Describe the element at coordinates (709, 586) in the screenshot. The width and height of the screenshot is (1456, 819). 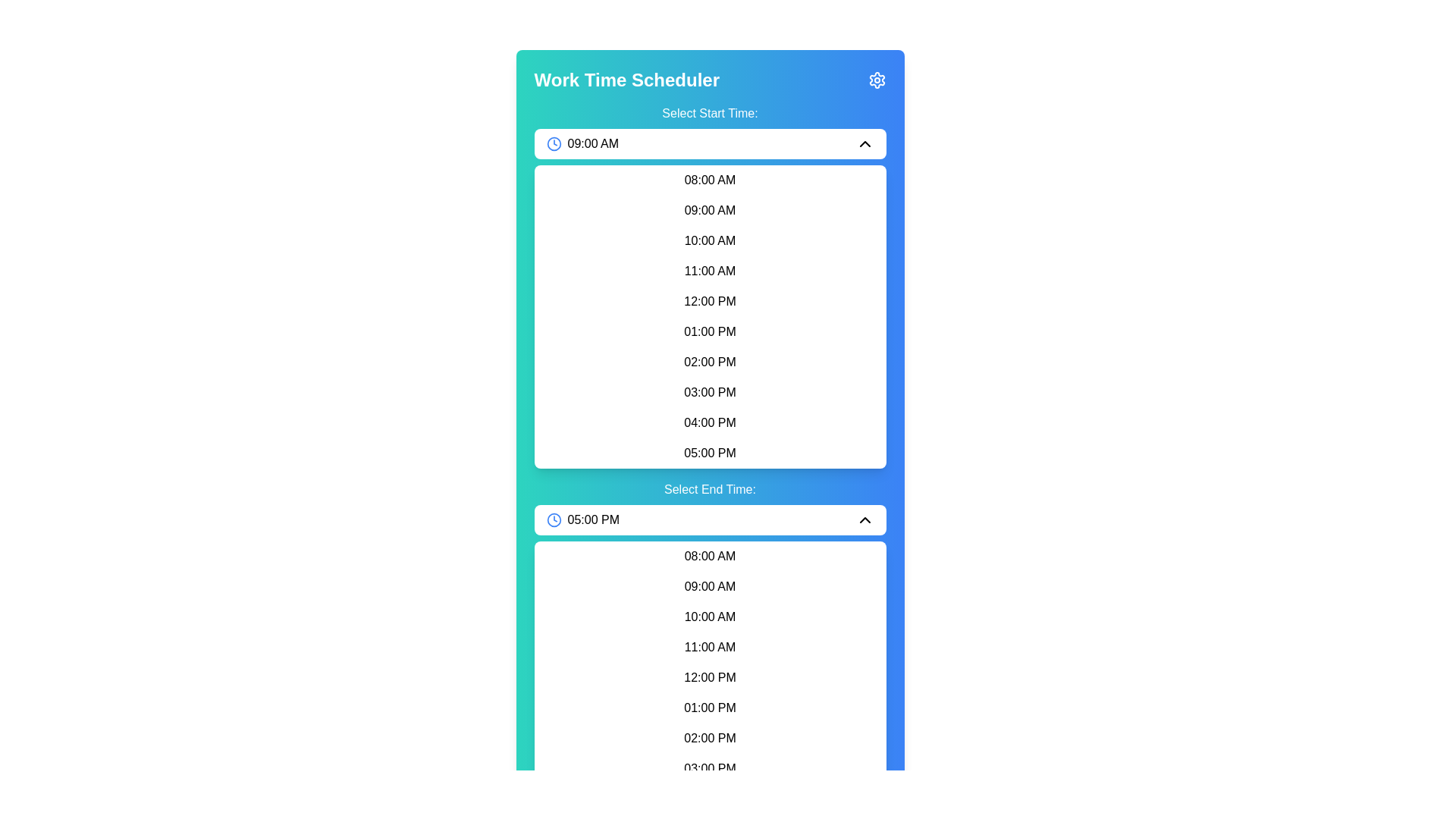
I see `the text element displaying '09:00 AM' in the dropdown menu` at that location.